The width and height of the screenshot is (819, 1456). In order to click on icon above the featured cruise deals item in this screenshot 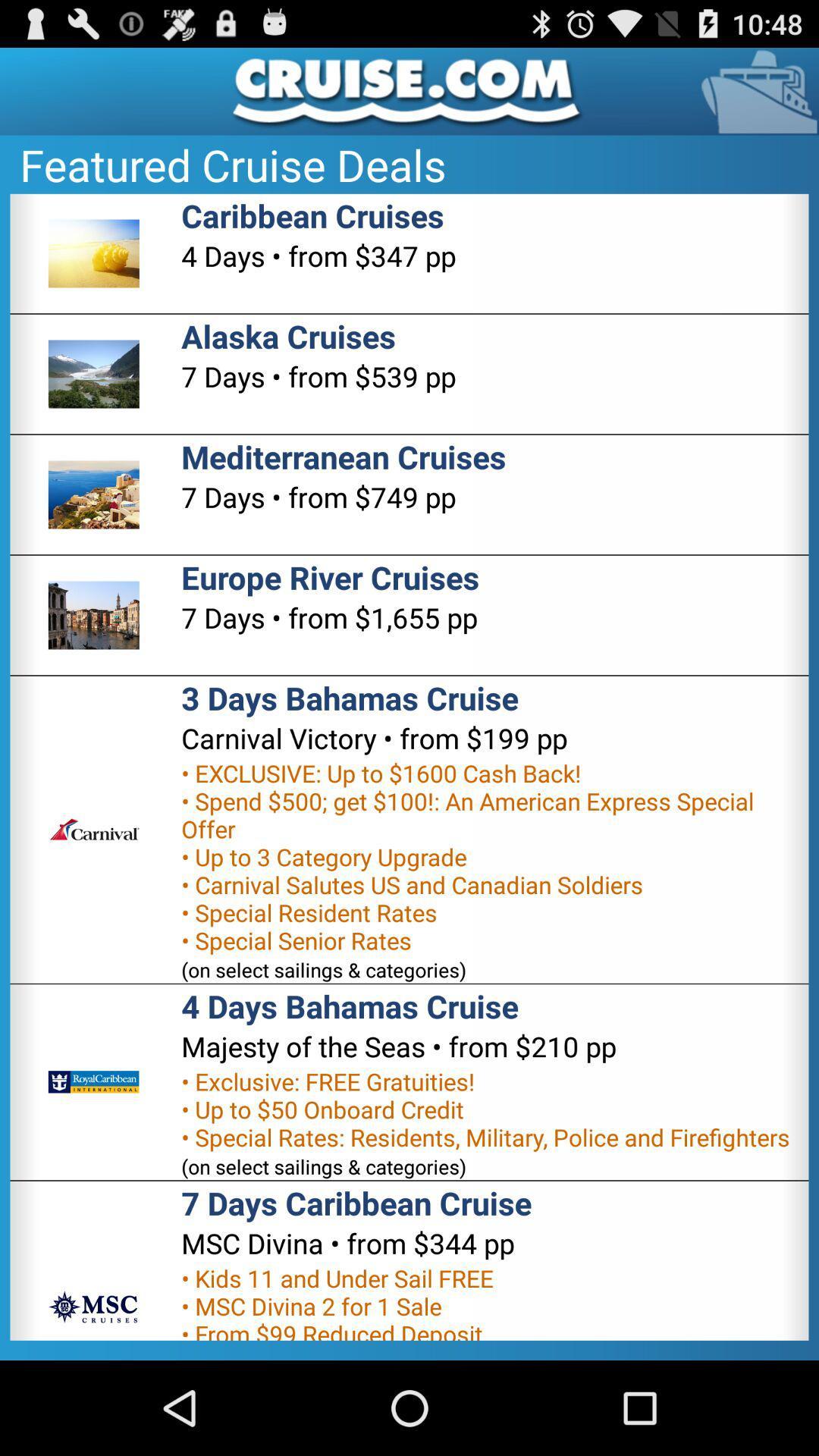, I will do `click(409, 90)`.